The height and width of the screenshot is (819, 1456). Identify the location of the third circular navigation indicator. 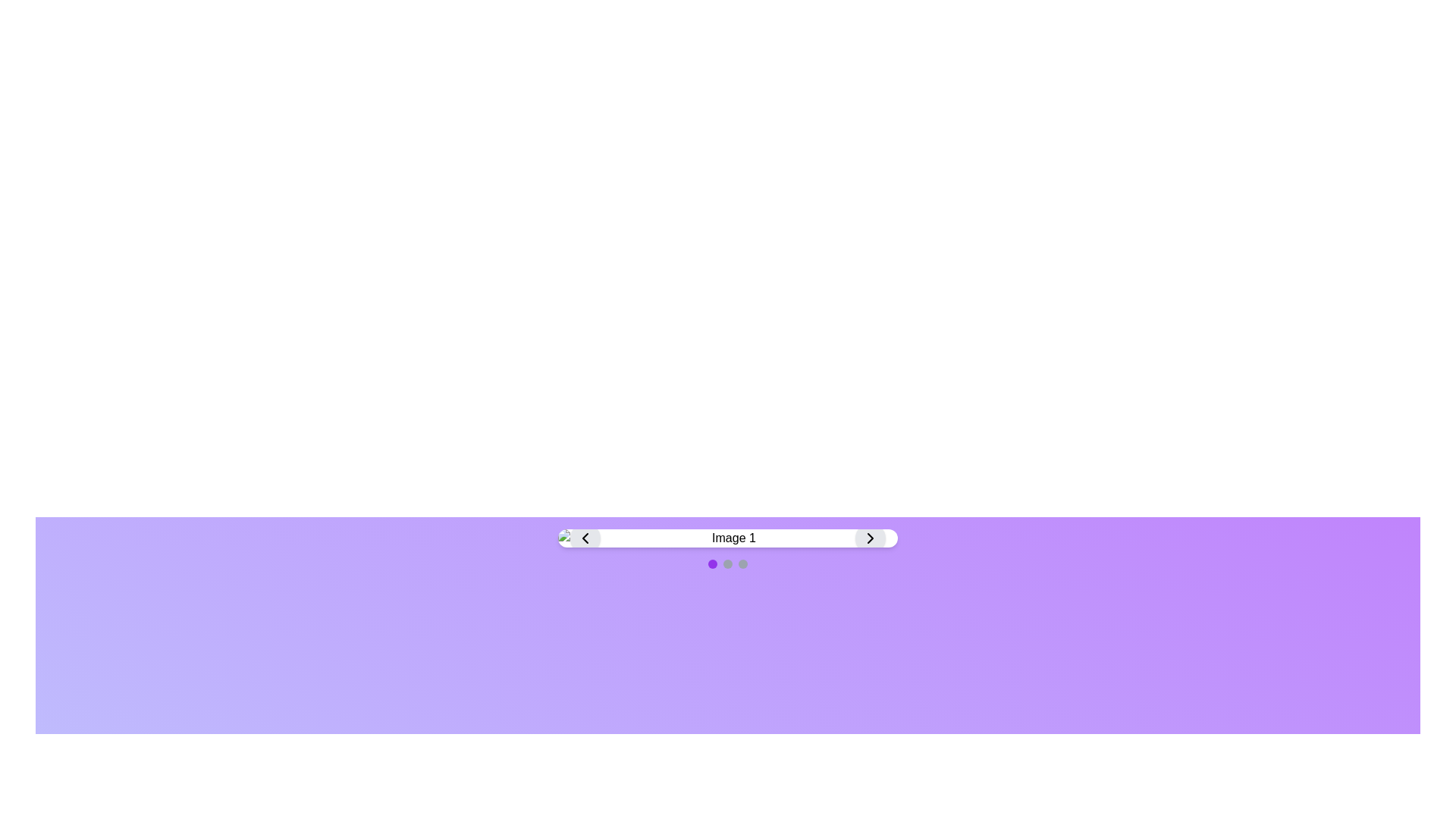
(742, 564).